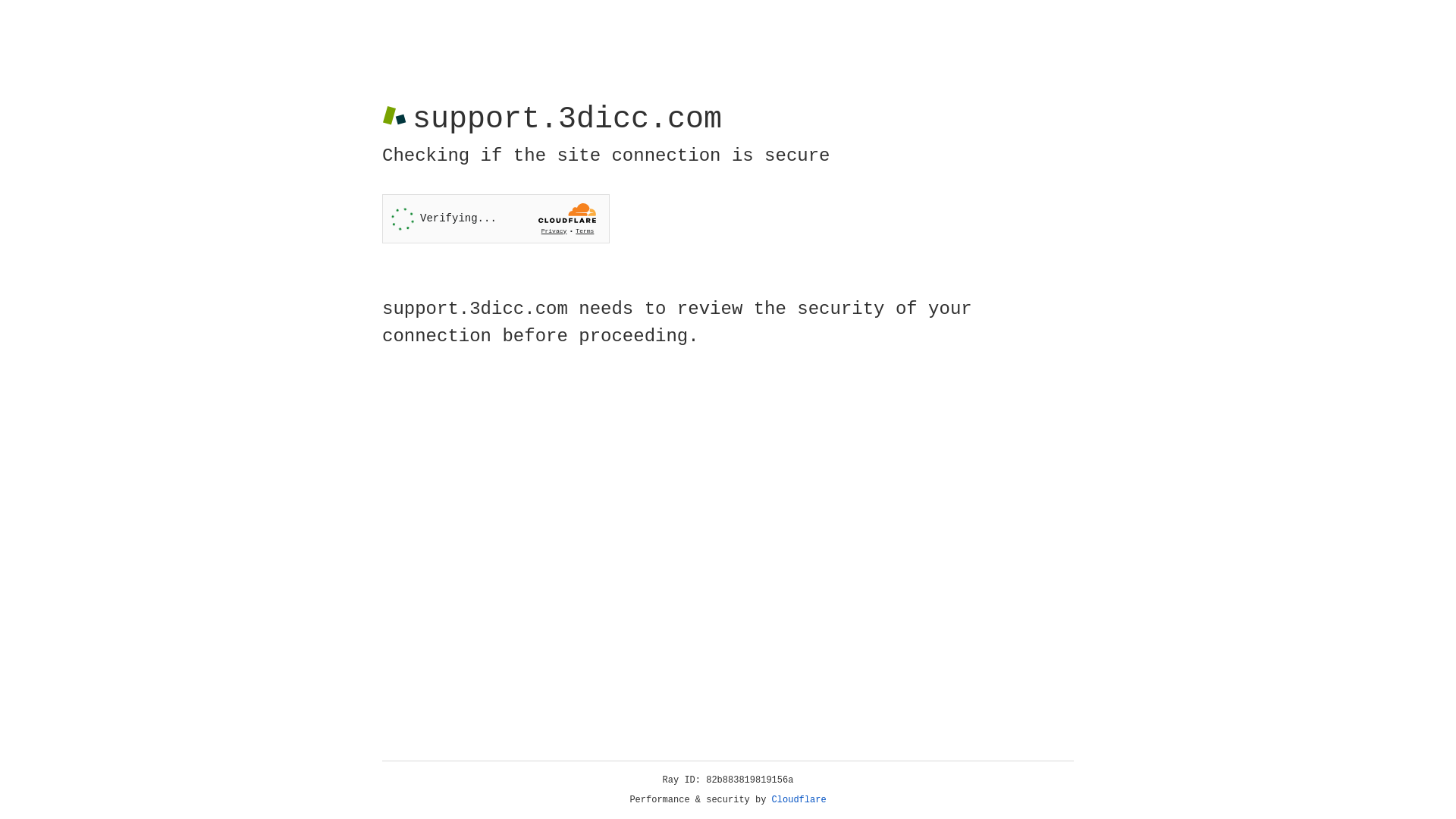 Image resolution: width=1456 pixels, height=819 pixels. Describe the element at coordinates (495, 218) in the screenshot. I see `'Widget containing a Cloudflare security challenge'` at that location.